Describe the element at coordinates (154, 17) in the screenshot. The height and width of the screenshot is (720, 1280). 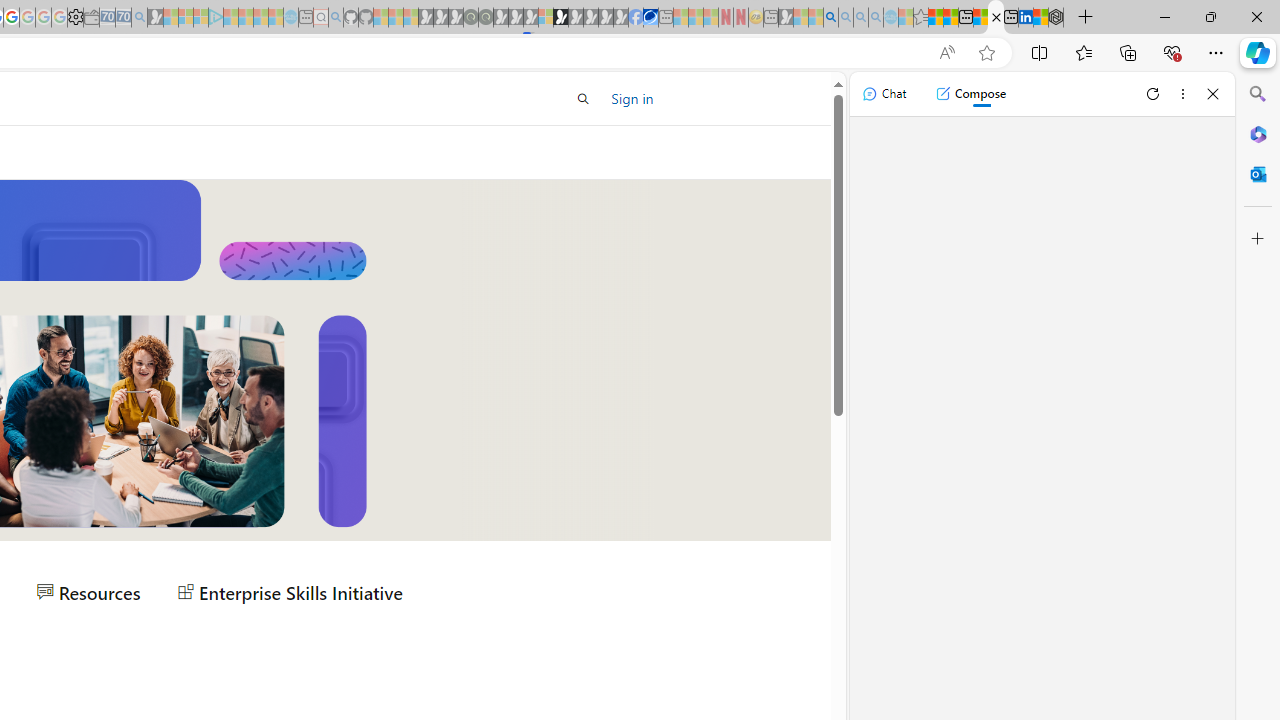
I see `'Microsoft Start Gaming - Sleeping'` at that location.